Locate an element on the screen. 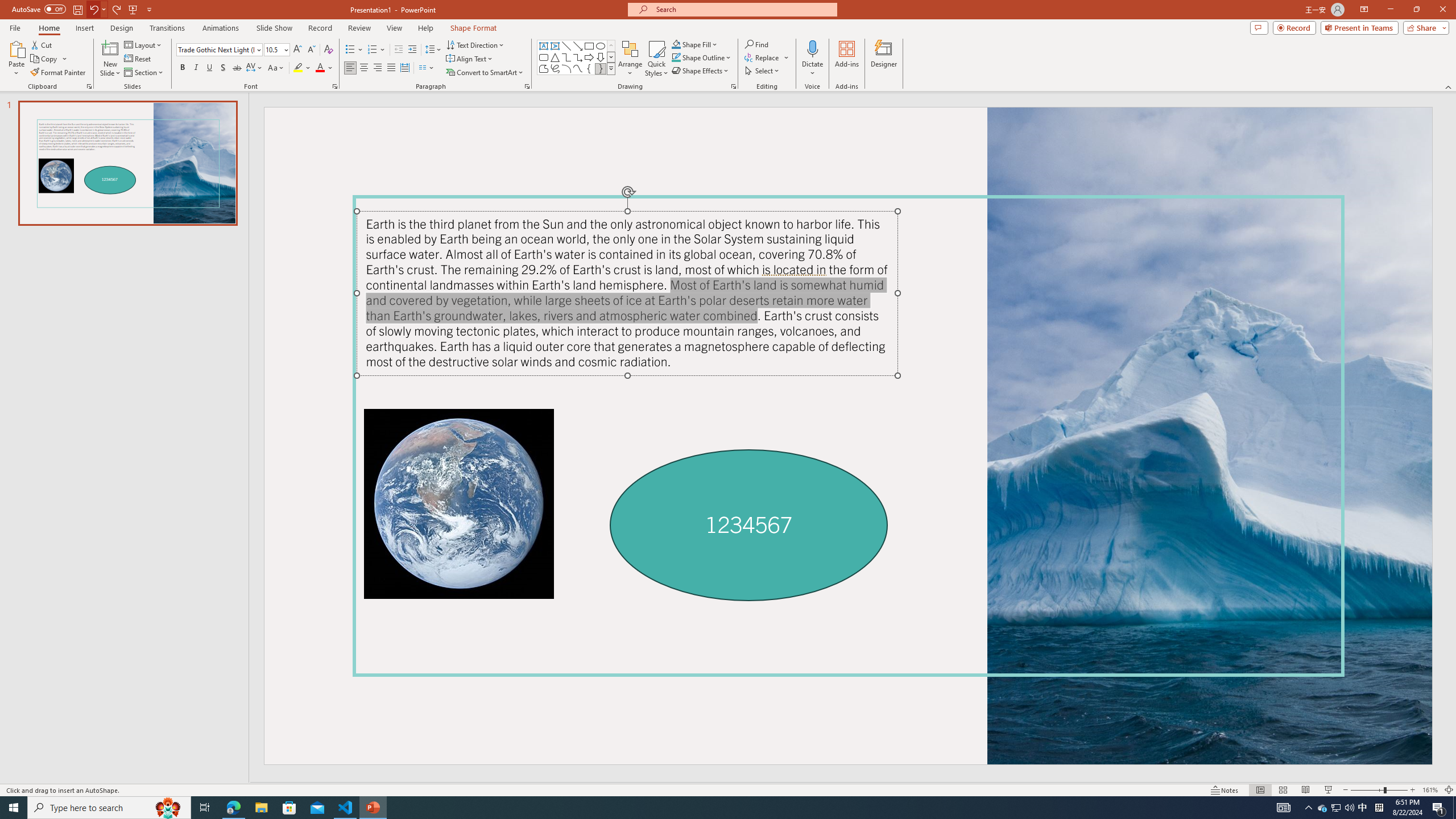  'Quick Styles' is located at coordinates (656, 59).